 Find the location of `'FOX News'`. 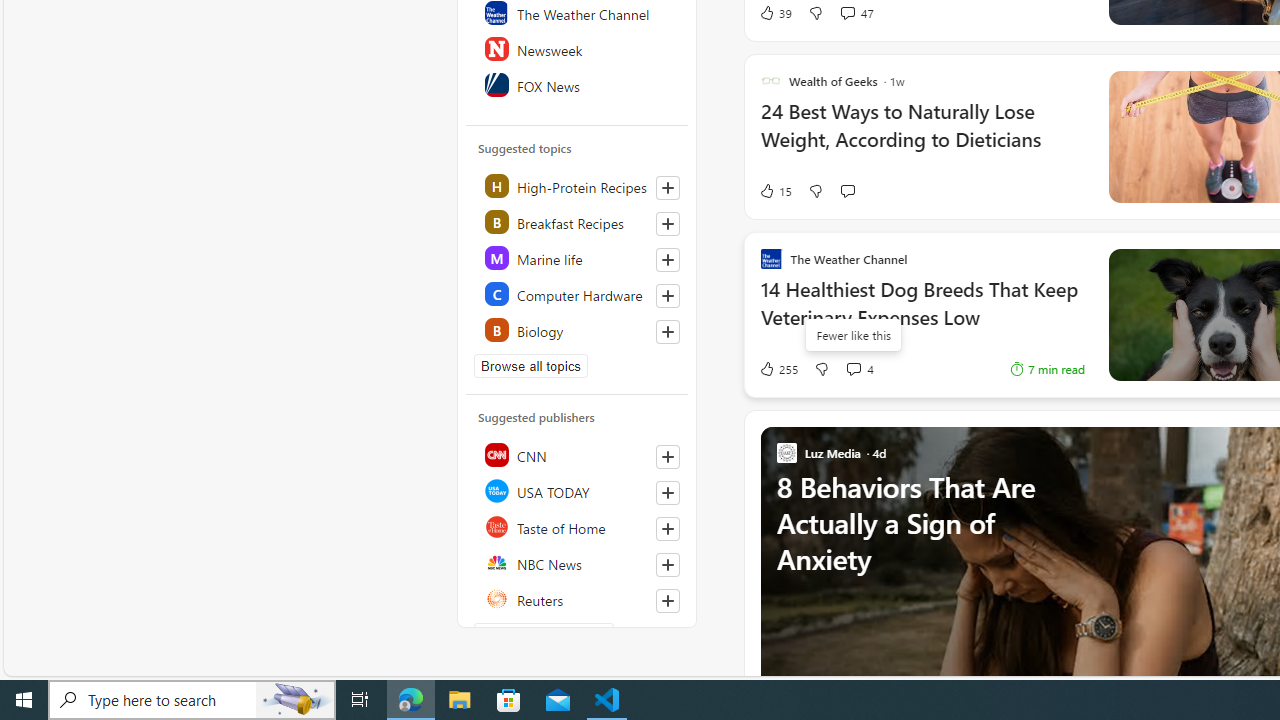

'FOX News' is located at coordinates (577, 83).